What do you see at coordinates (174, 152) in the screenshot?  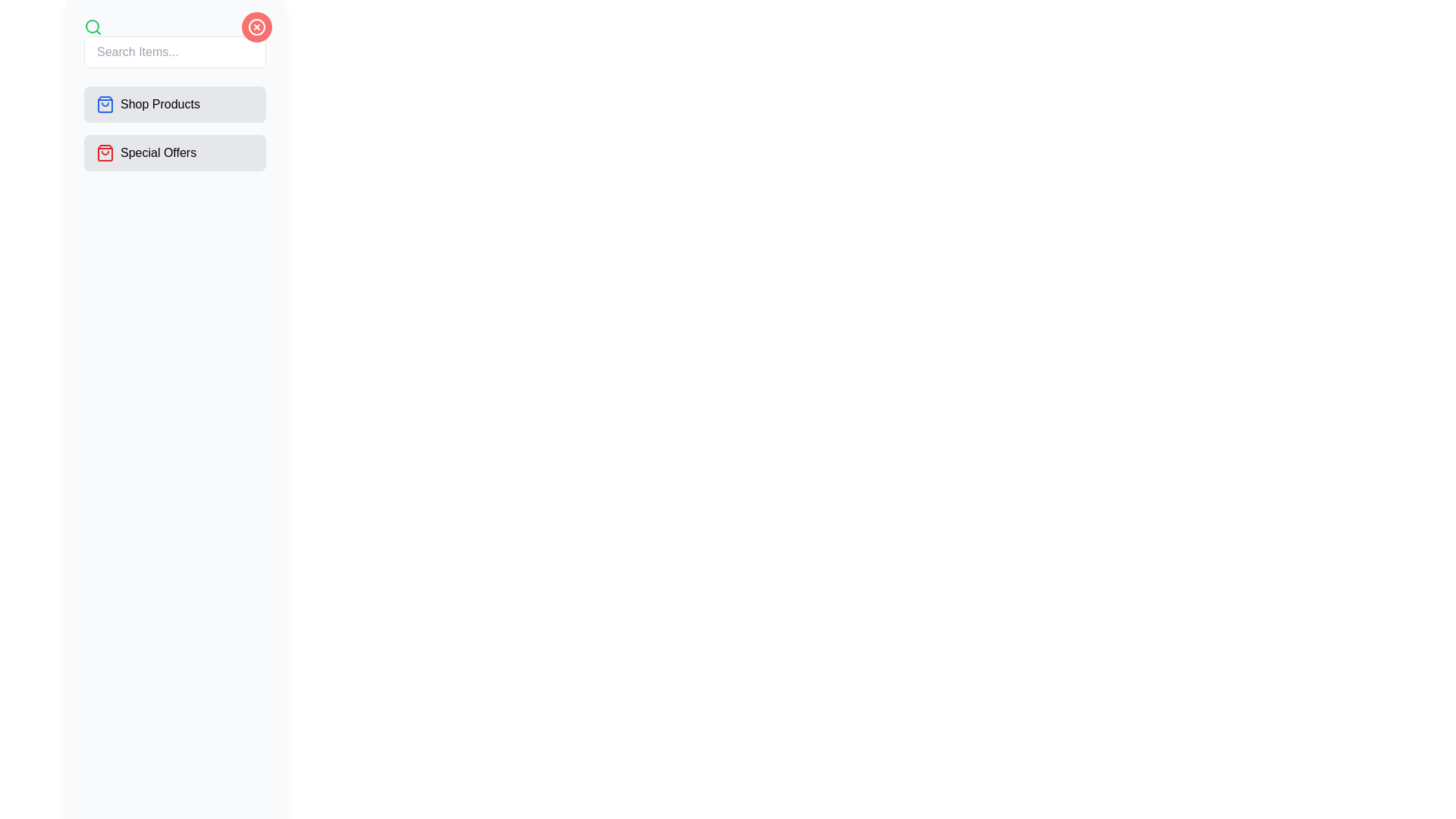 I see `the 'Special Offers' button` at bounding box center [174, 152].